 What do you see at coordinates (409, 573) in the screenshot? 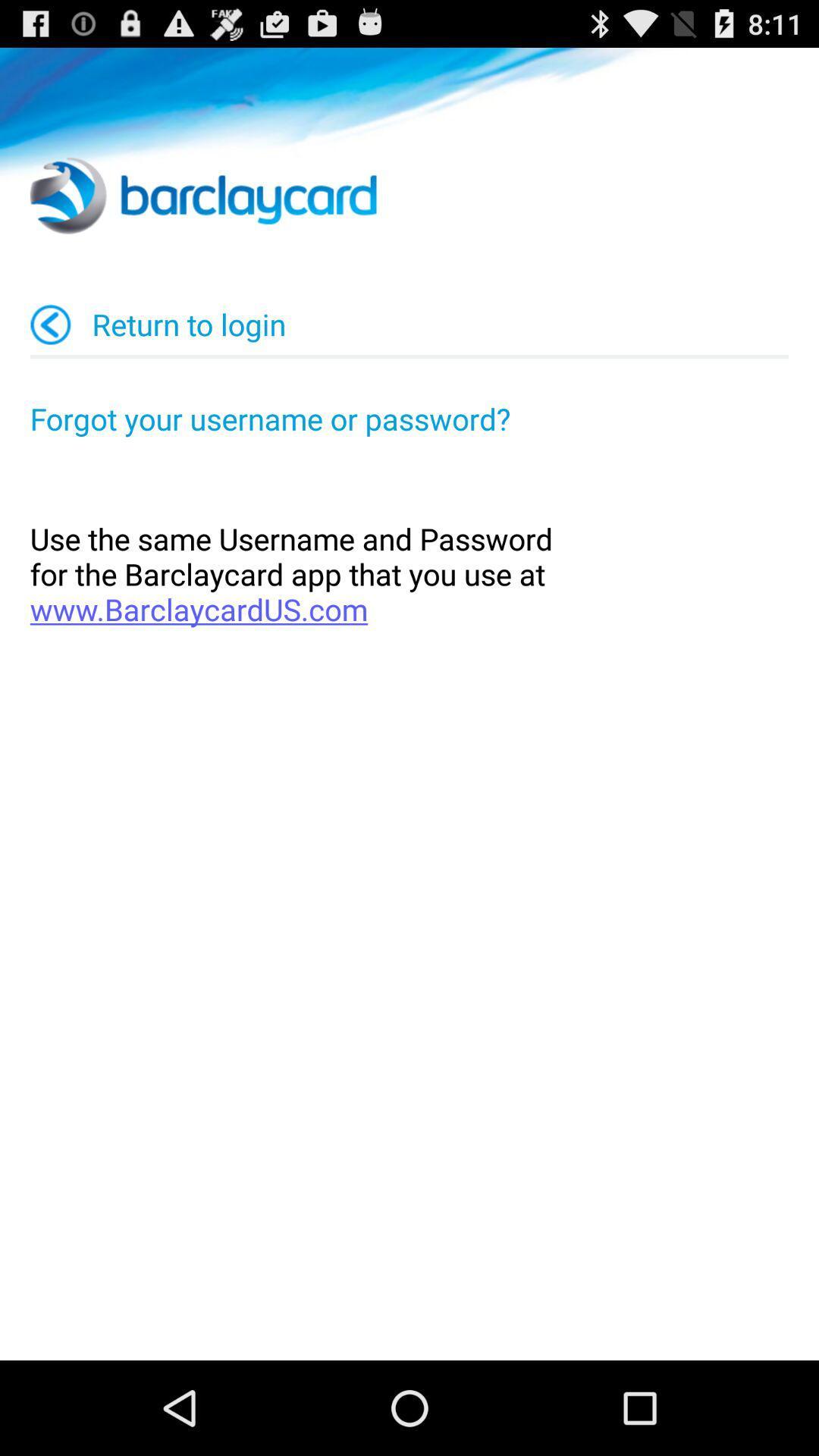
I see `the item at the center` at bounding box center [409, 573].